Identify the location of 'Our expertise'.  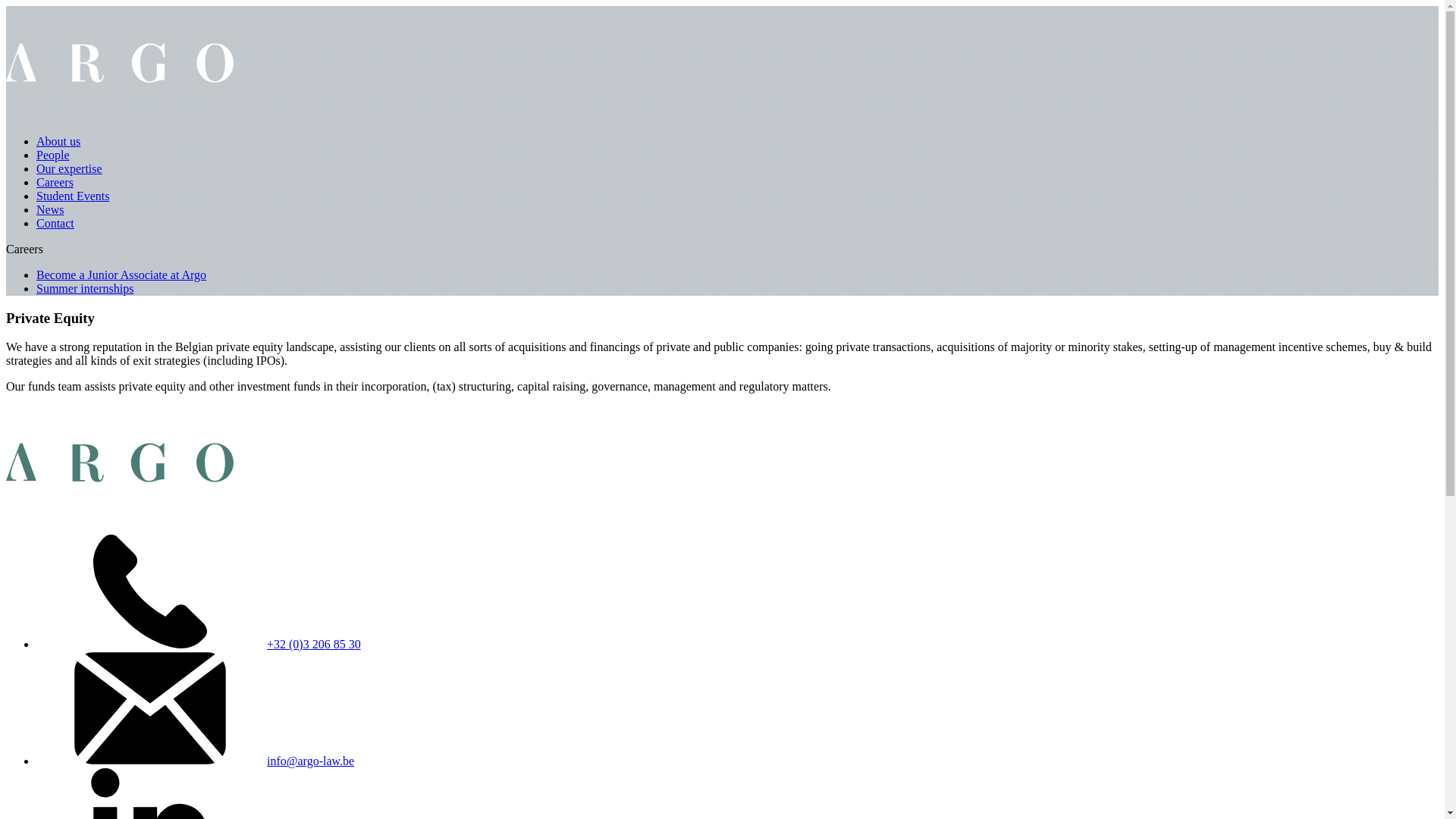
(68, 168).